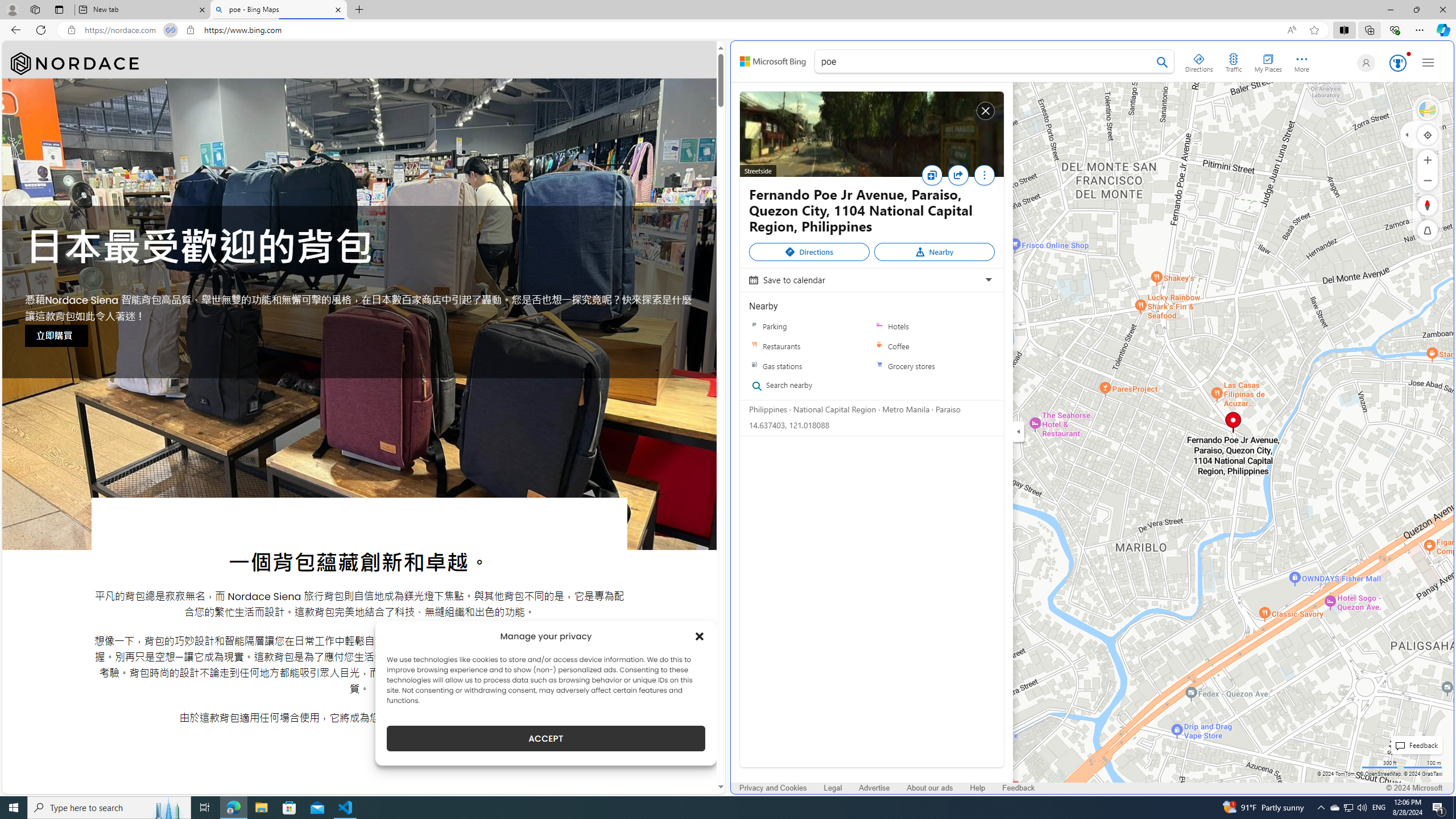 This screenshot has height=819, width=1456. Describe the element at coordinates (1428, 159) in the screenshot. I see `'Zoom In'` at that location.